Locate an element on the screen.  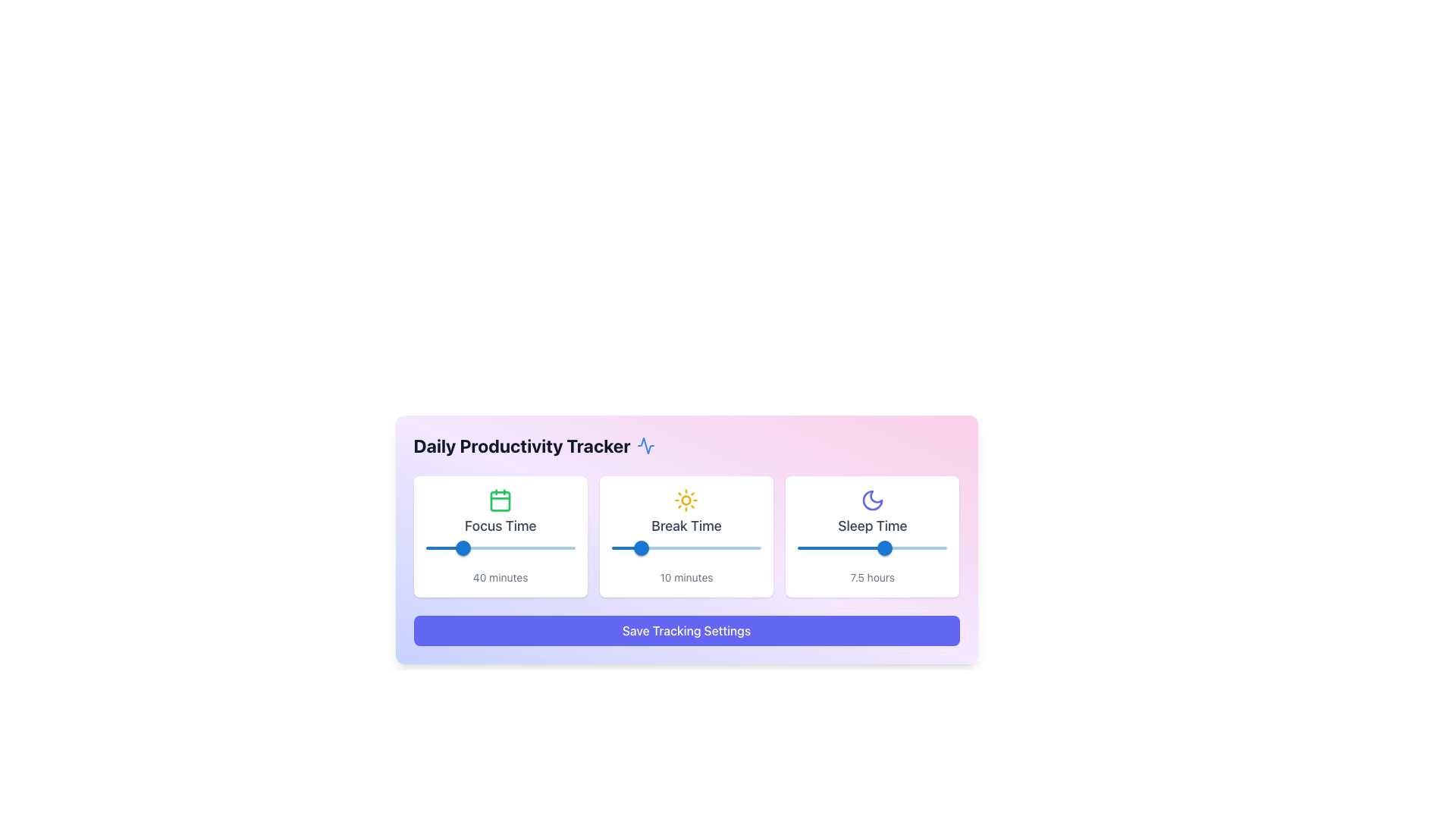
break time is located at coordinates (632, 548).